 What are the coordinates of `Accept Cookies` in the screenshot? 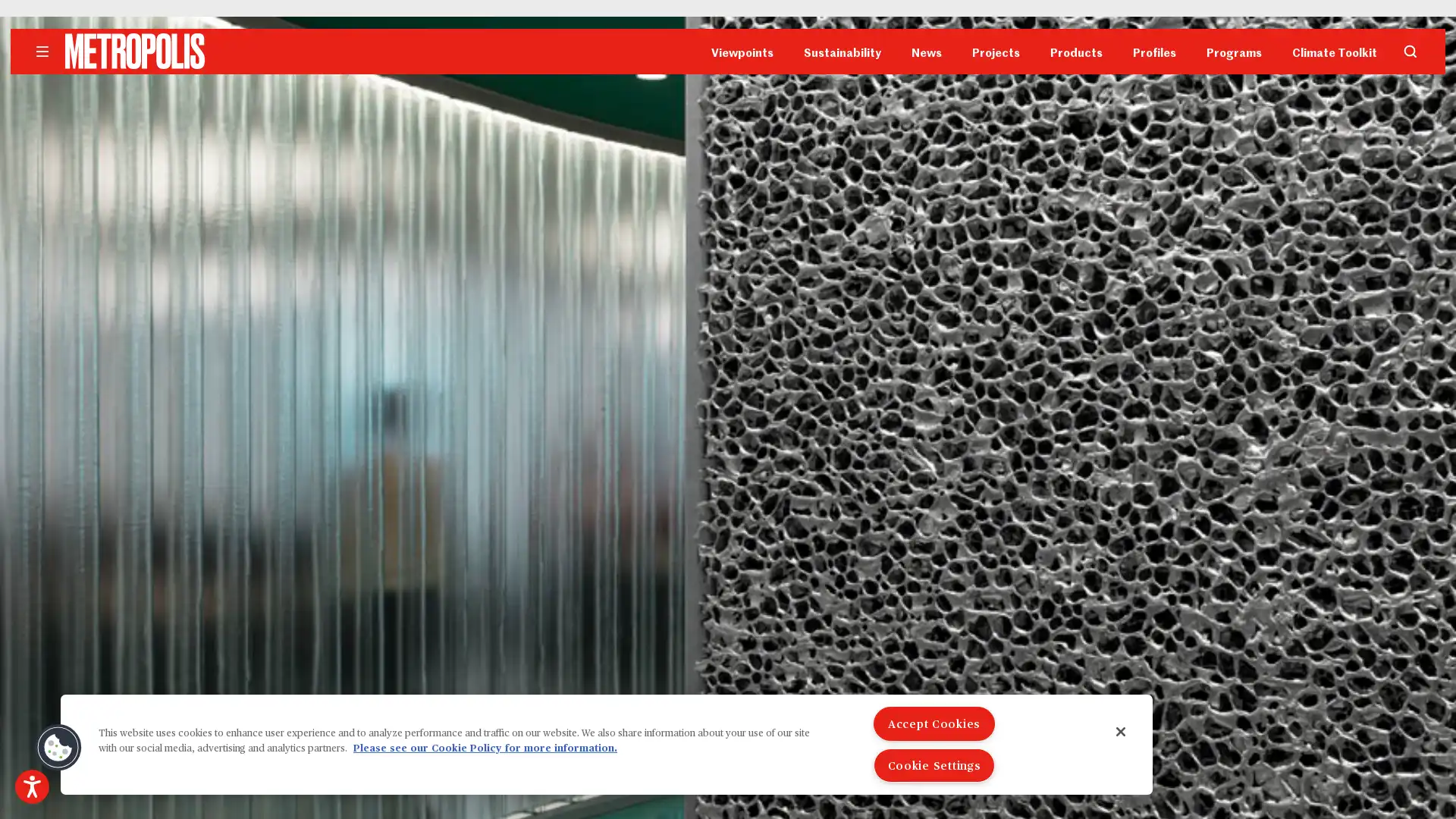 It's located at (934, 723).